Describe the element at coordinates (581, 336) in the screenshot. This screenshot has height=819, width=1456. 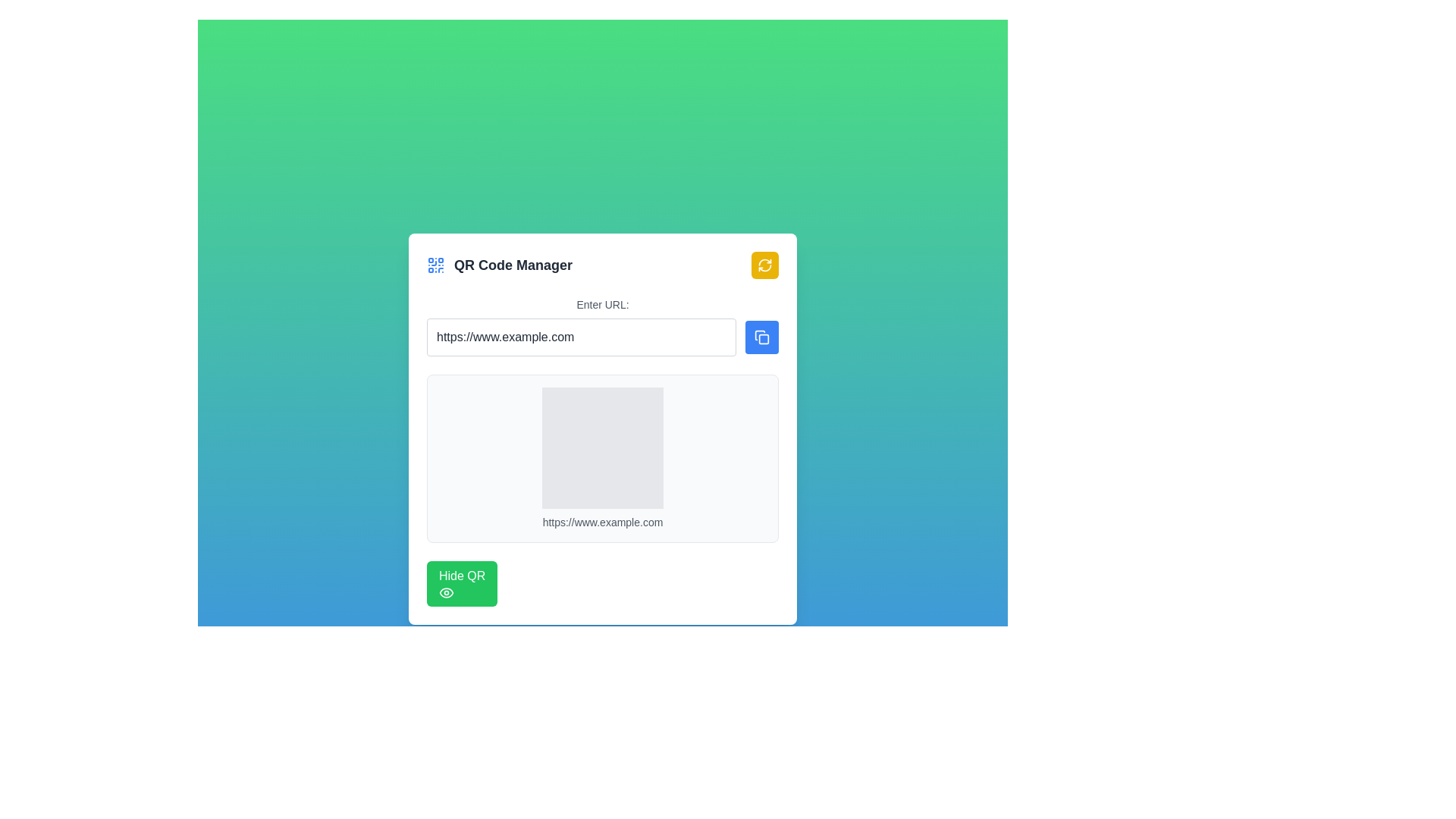
I see `the URL input box located` at that location.